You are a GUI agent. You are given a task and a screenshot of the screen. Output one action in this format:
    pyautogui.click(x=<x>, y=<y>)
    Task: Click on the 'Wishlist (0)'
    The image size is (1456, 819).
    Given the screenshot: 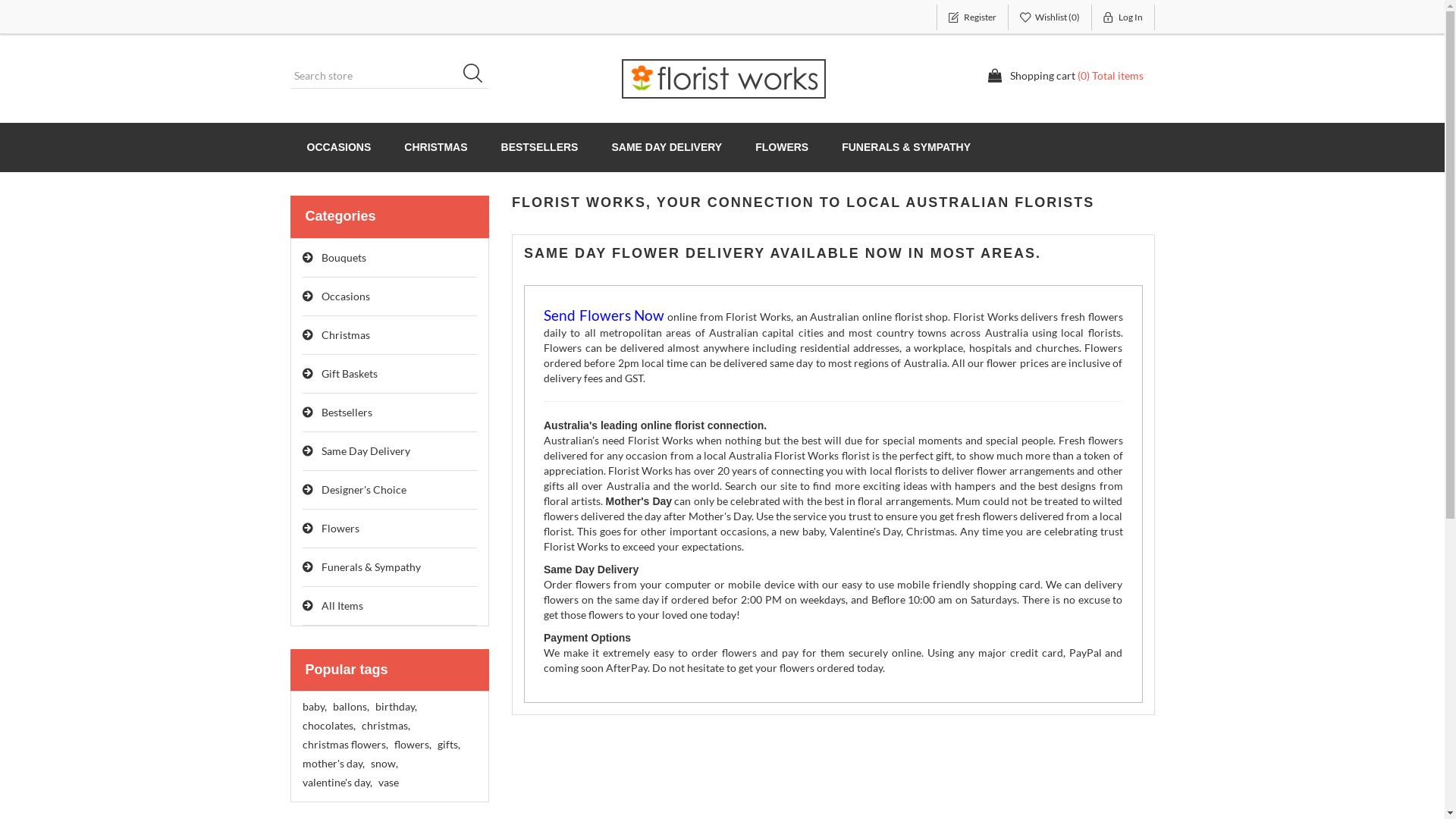 What is the action you would take?
    pyautogui.click(x=1050, y=17)
    